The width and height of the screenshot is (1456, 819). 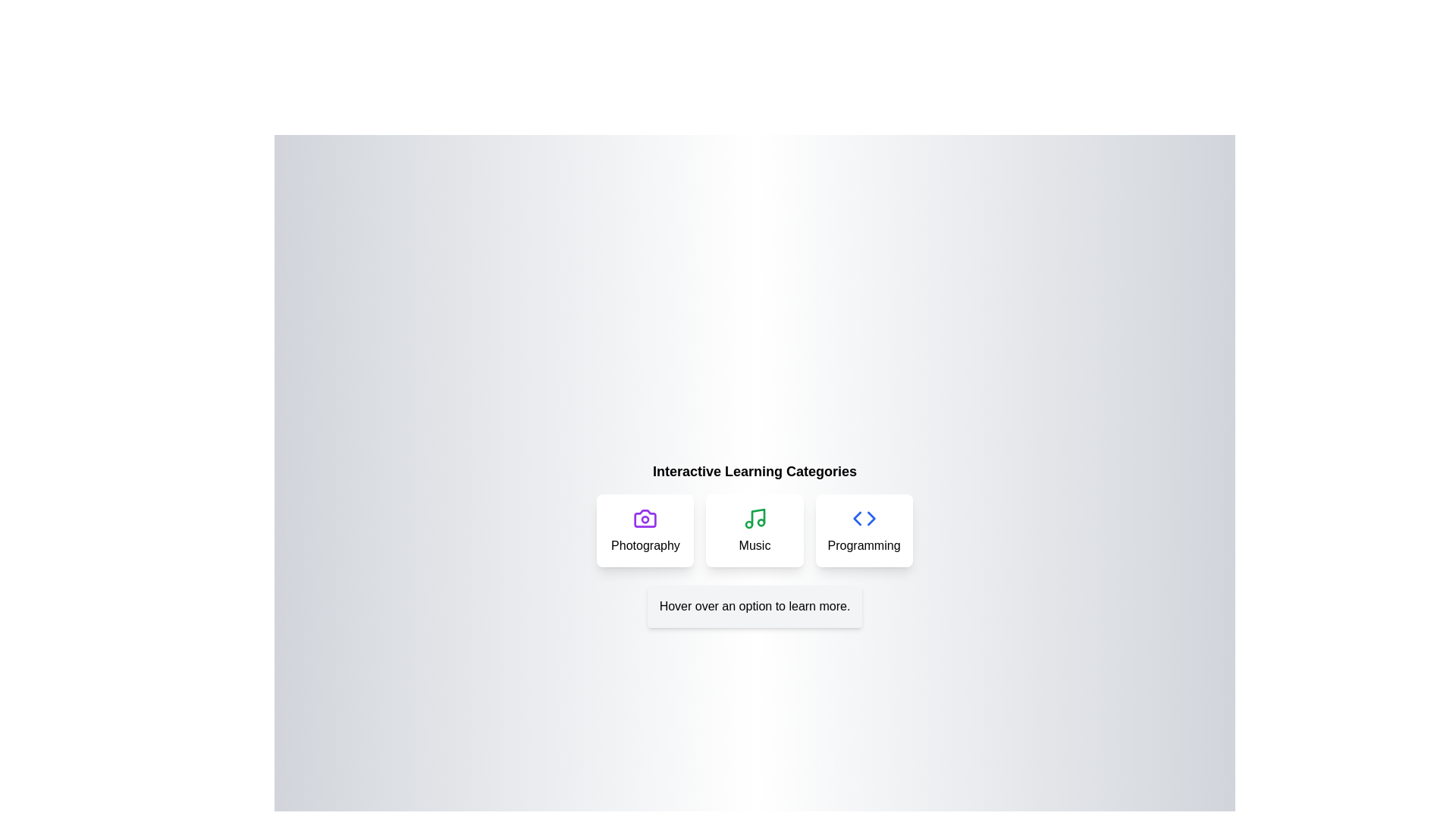 What do you see at coordinates (645, 529) in the screenshot?
I see `the leftmost card in a grid layout, which features a white background, rounded corners, and a purple outline camera icon at the top center with the text 'Photography' below it` at bounding box center [645, 529].